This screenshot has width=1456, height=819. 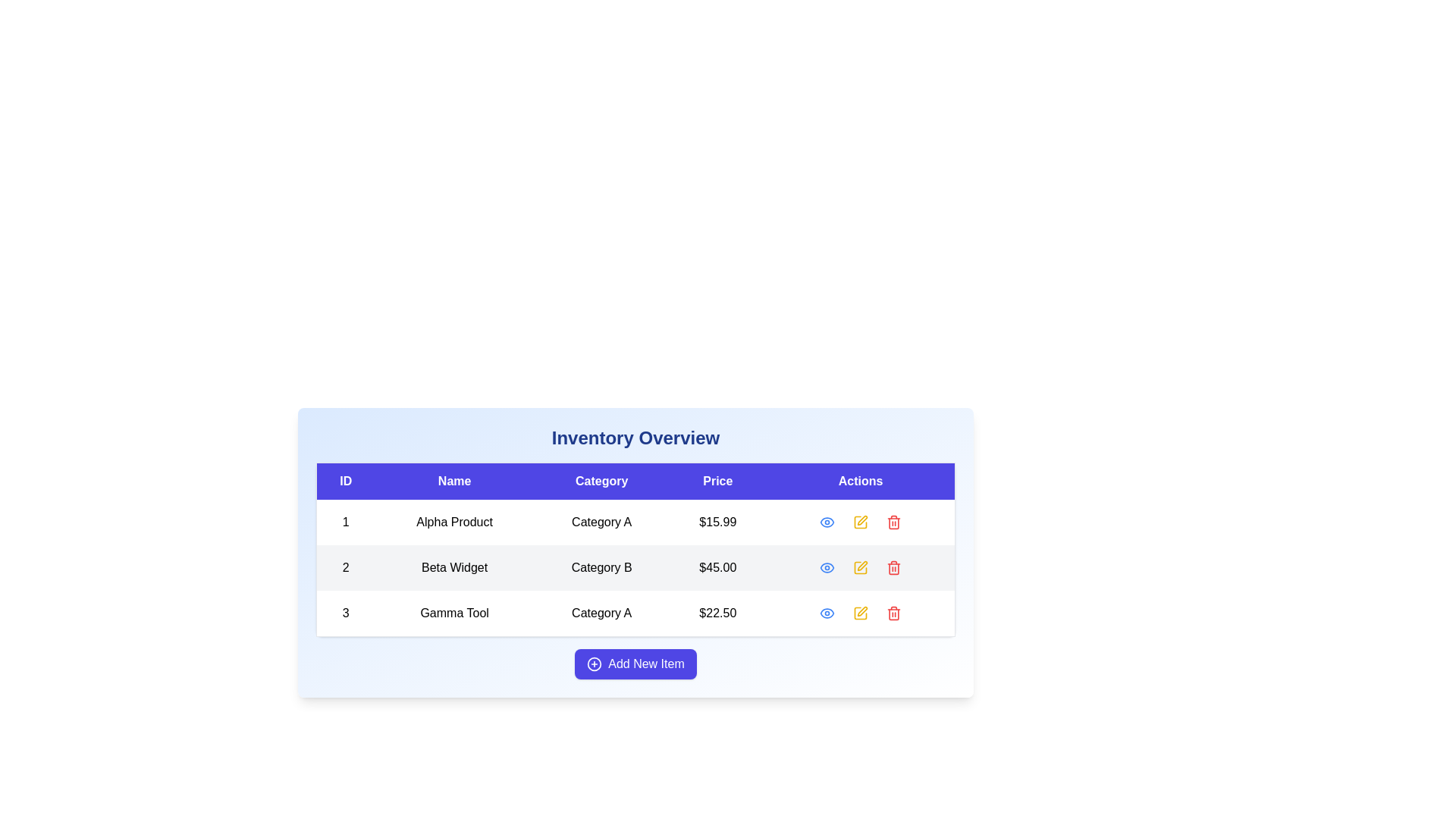 I want to click on the edit button in the 'Actions' column of the first row in the inventory table to observe hover effects, so click(x=861, y=522).